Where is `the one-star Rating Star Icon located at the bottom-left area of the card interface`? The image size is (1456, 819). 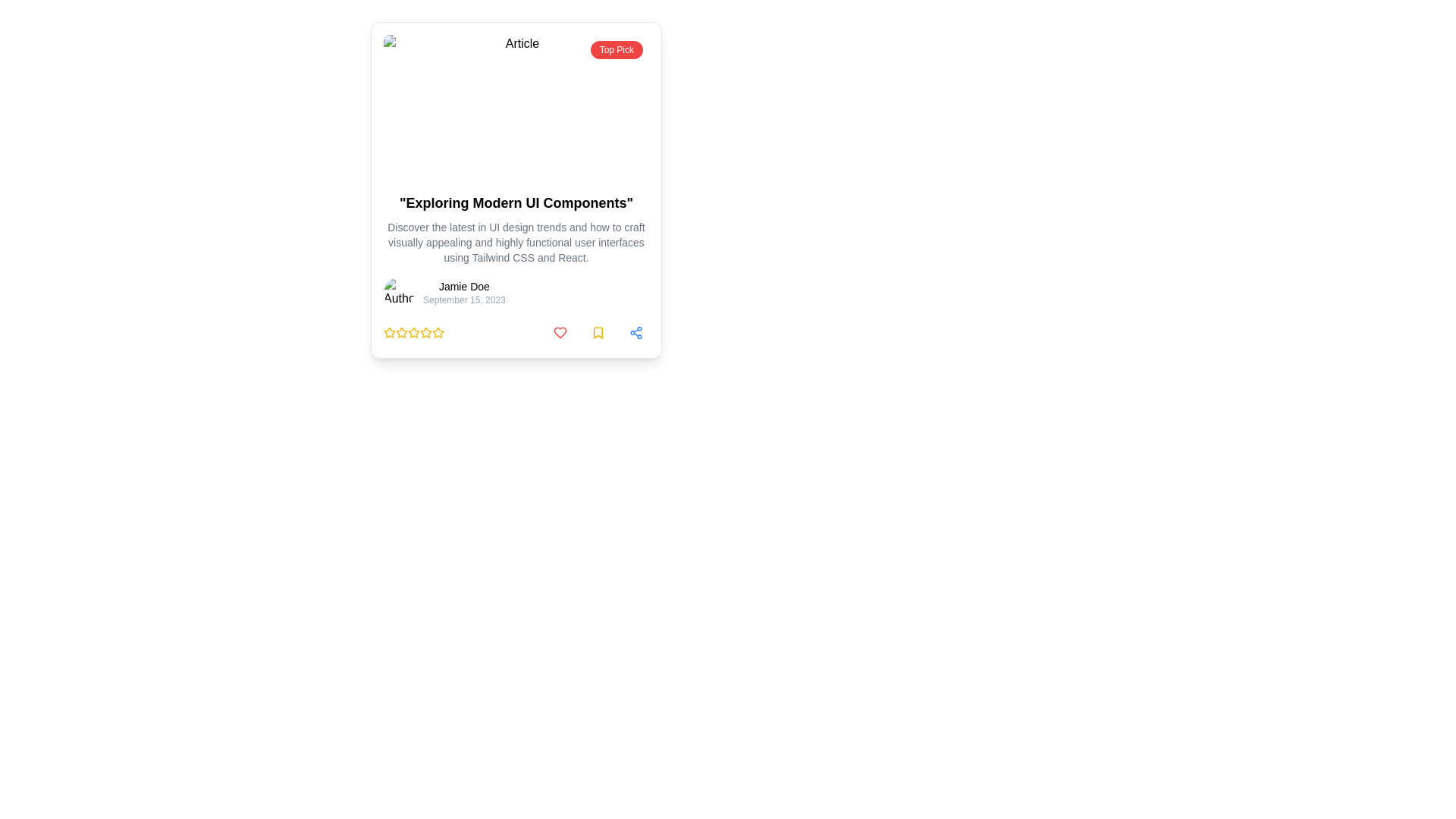 the one-star Rating Star Icon located at the bottom-left area of the card interface is located at coordinates (401, 331).